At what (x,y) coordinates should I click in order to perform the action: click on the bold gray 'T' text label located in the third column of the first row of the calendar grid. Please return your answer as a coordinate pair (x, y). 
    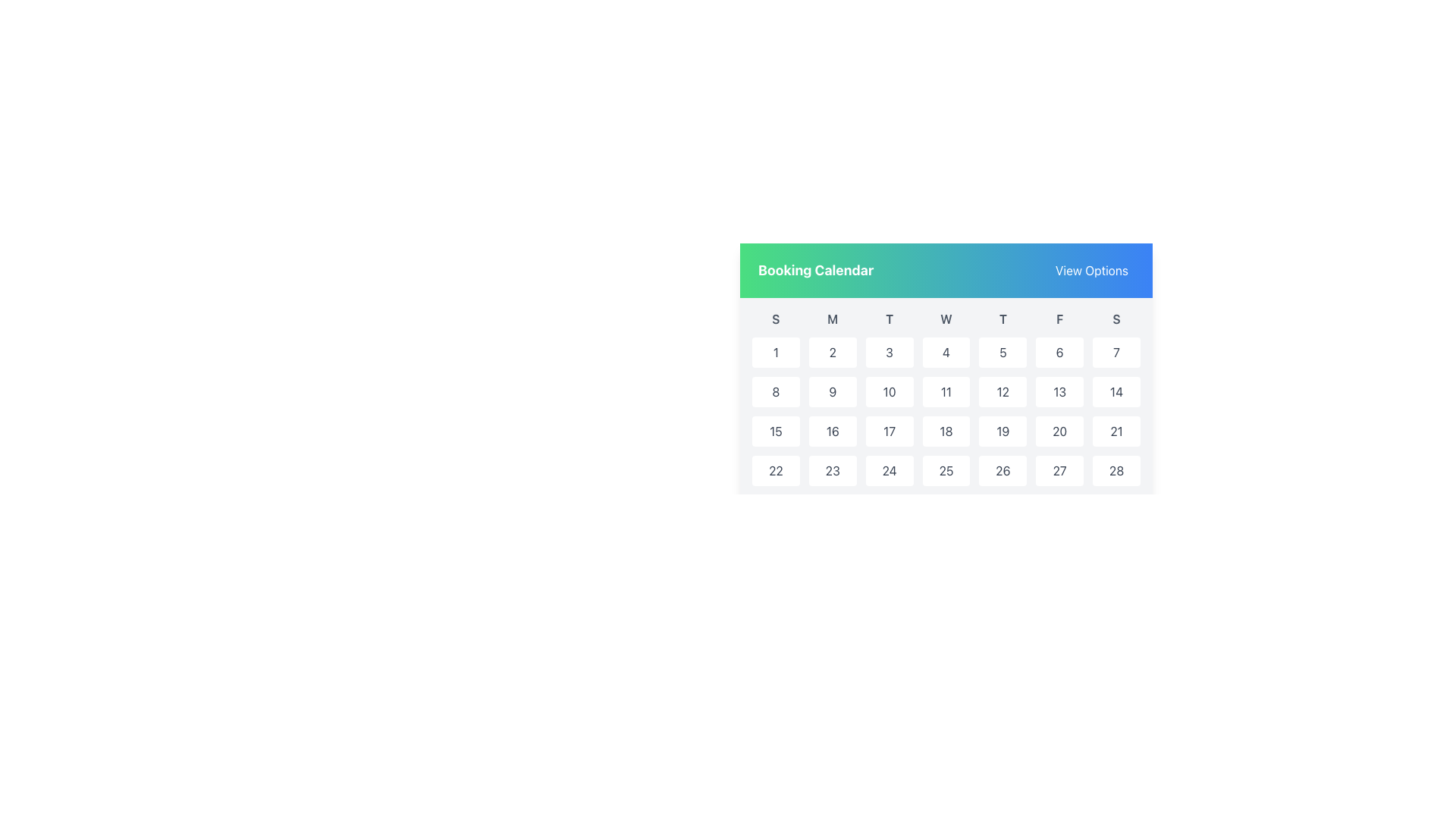
    Looking at the image, I should click on (890, 318).